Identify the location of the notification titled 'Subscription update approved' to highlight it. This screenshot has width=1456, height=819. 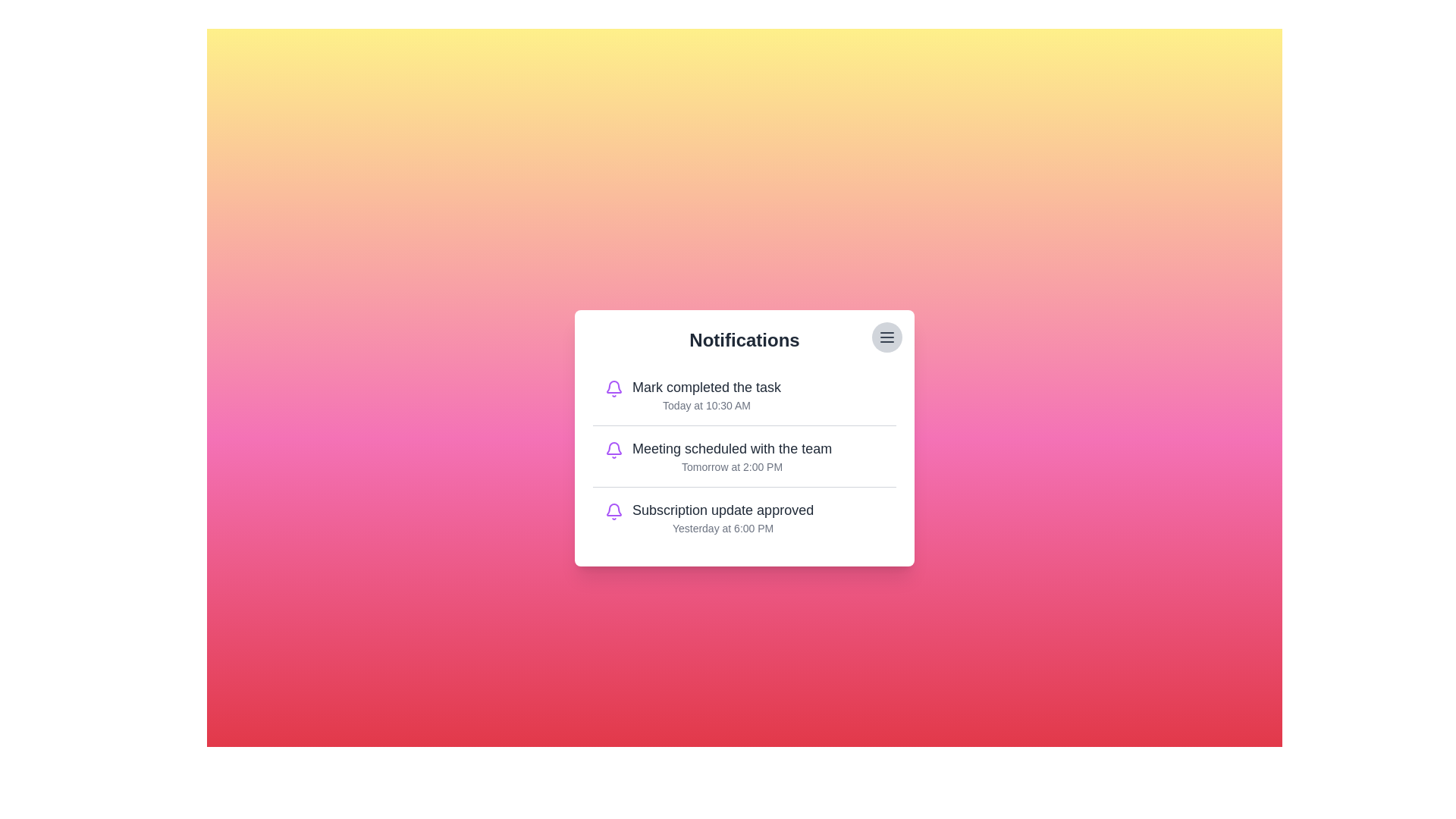
(745, 516).